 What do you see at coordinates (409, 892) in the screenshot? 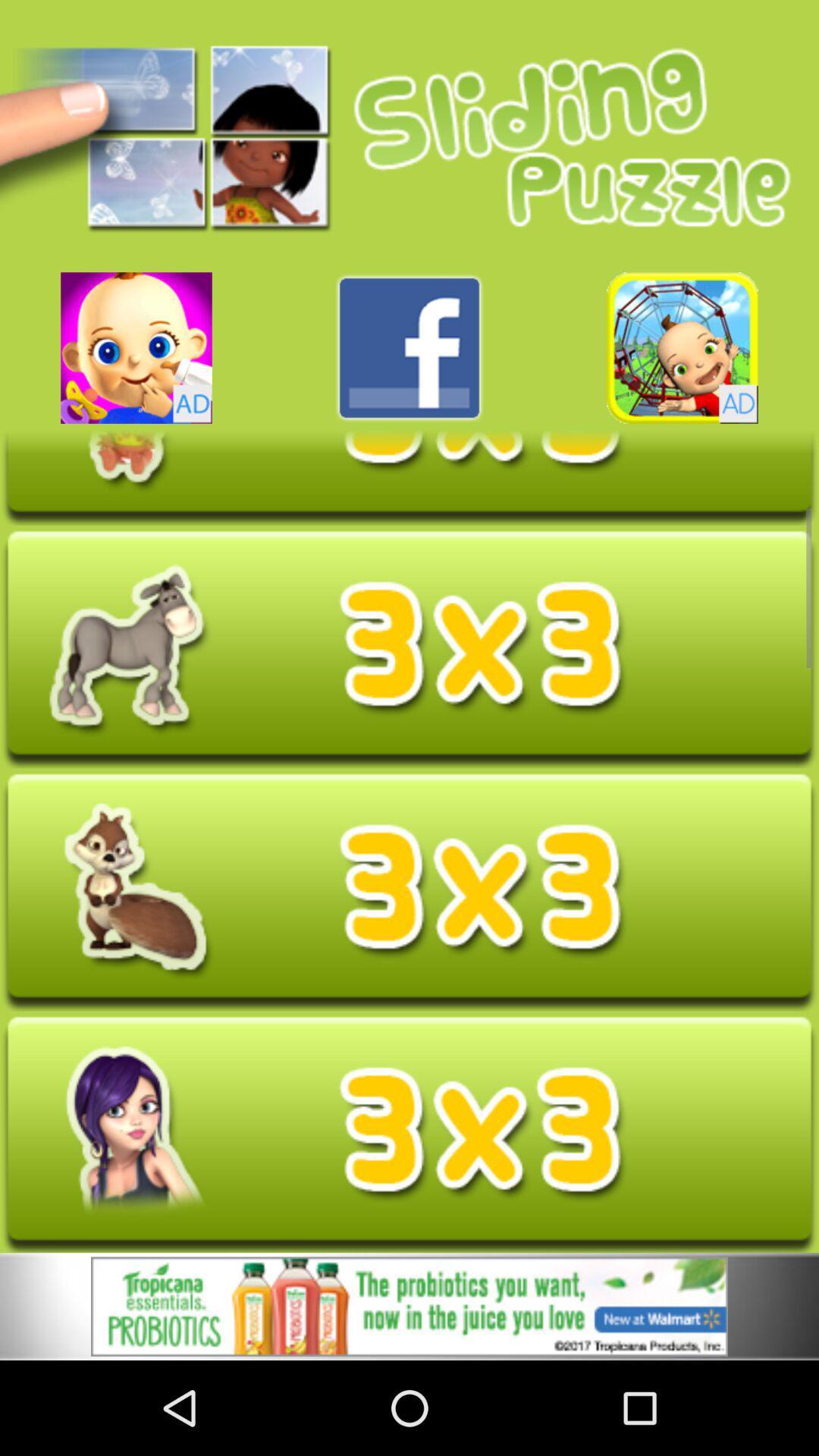
I see `choose this puzzle` at bounding box center [409, 892].